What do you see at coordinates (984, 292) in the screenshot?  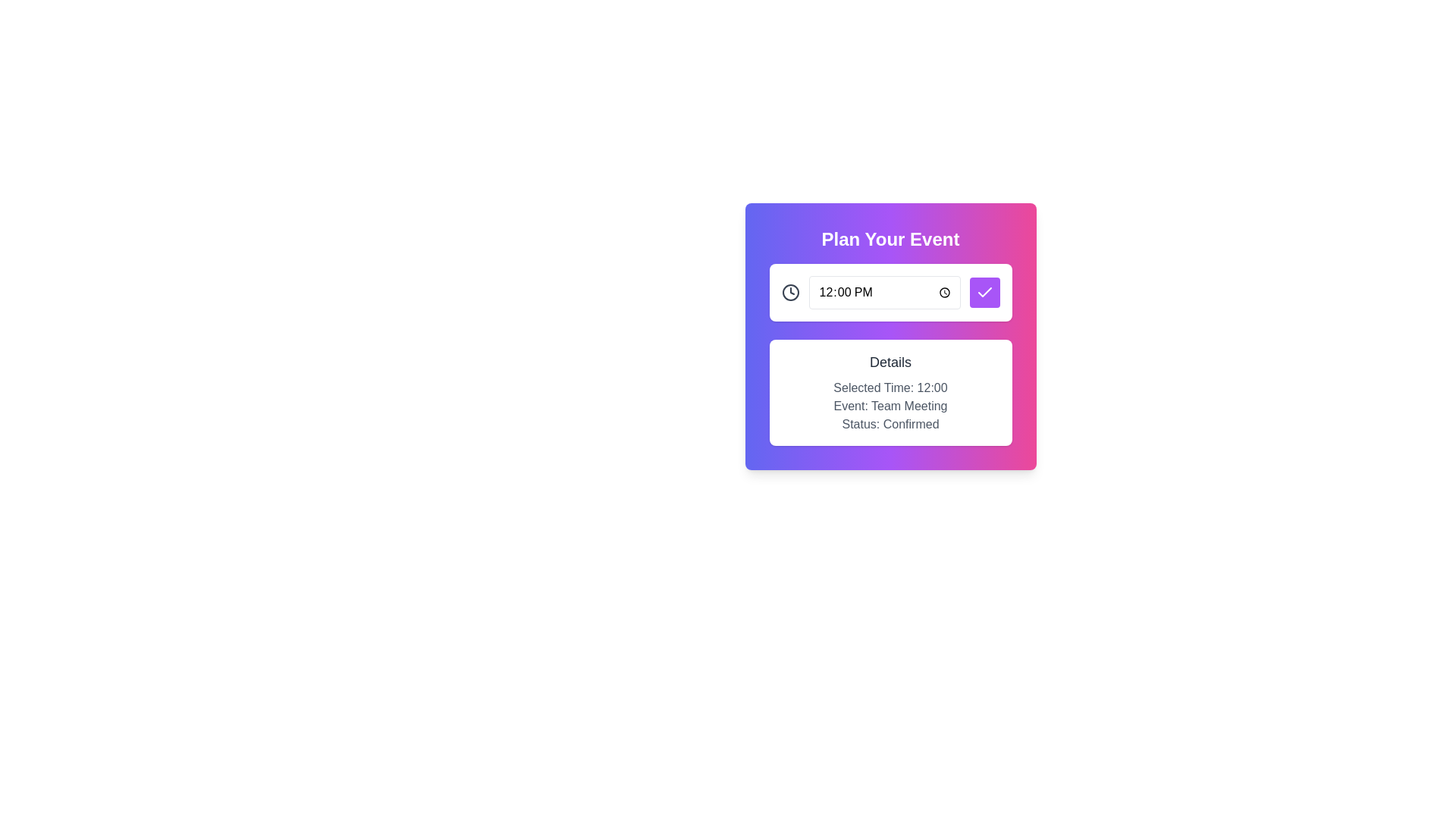 I see `the check mark icon with a purple background located in the top section of the card, aligned` at bounding box center [984, 292].